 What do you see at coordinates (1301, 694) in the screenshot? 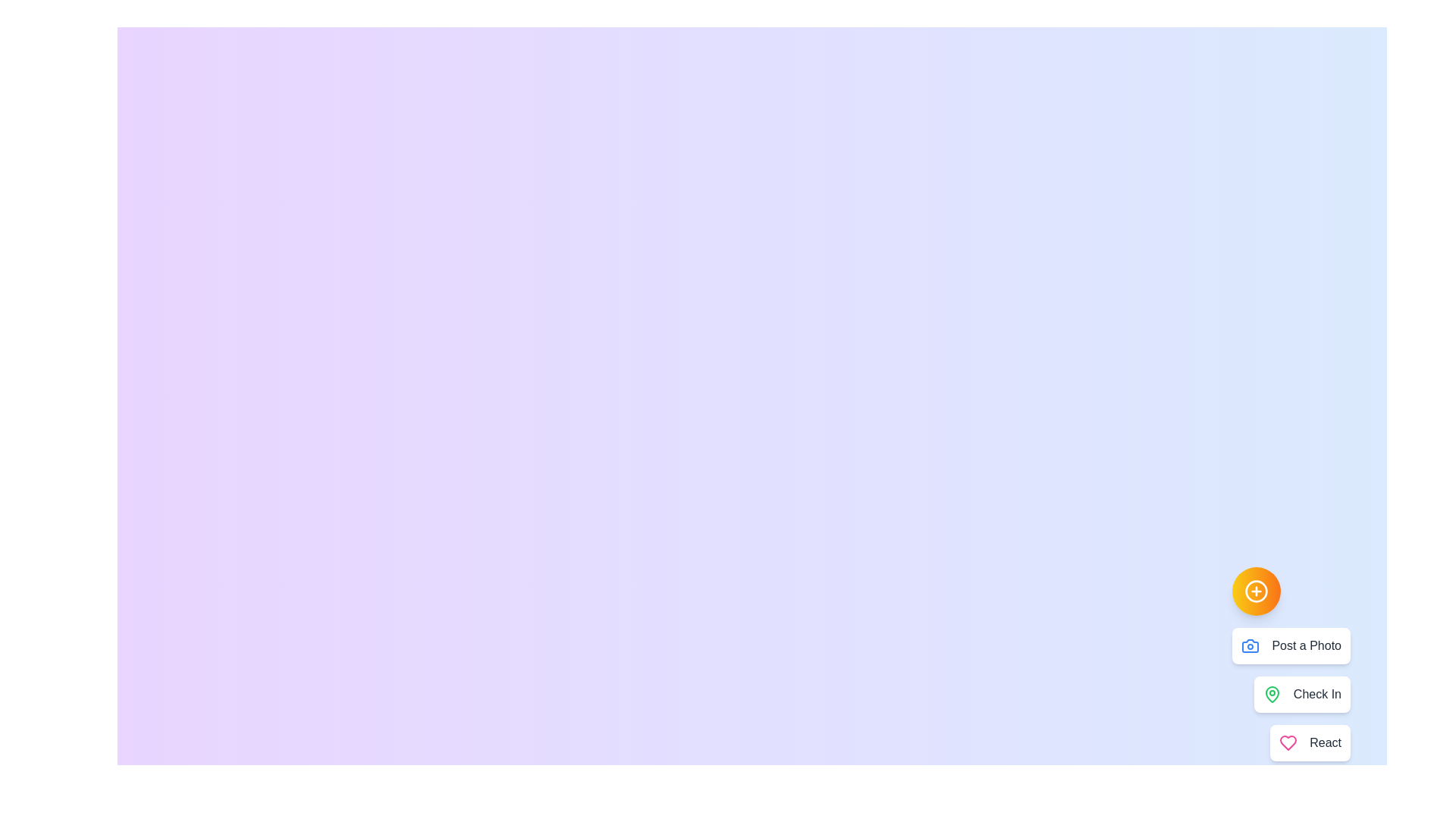
I see `the option labeled Check In to observe its hover effect` at bounding box center [1301, 694].